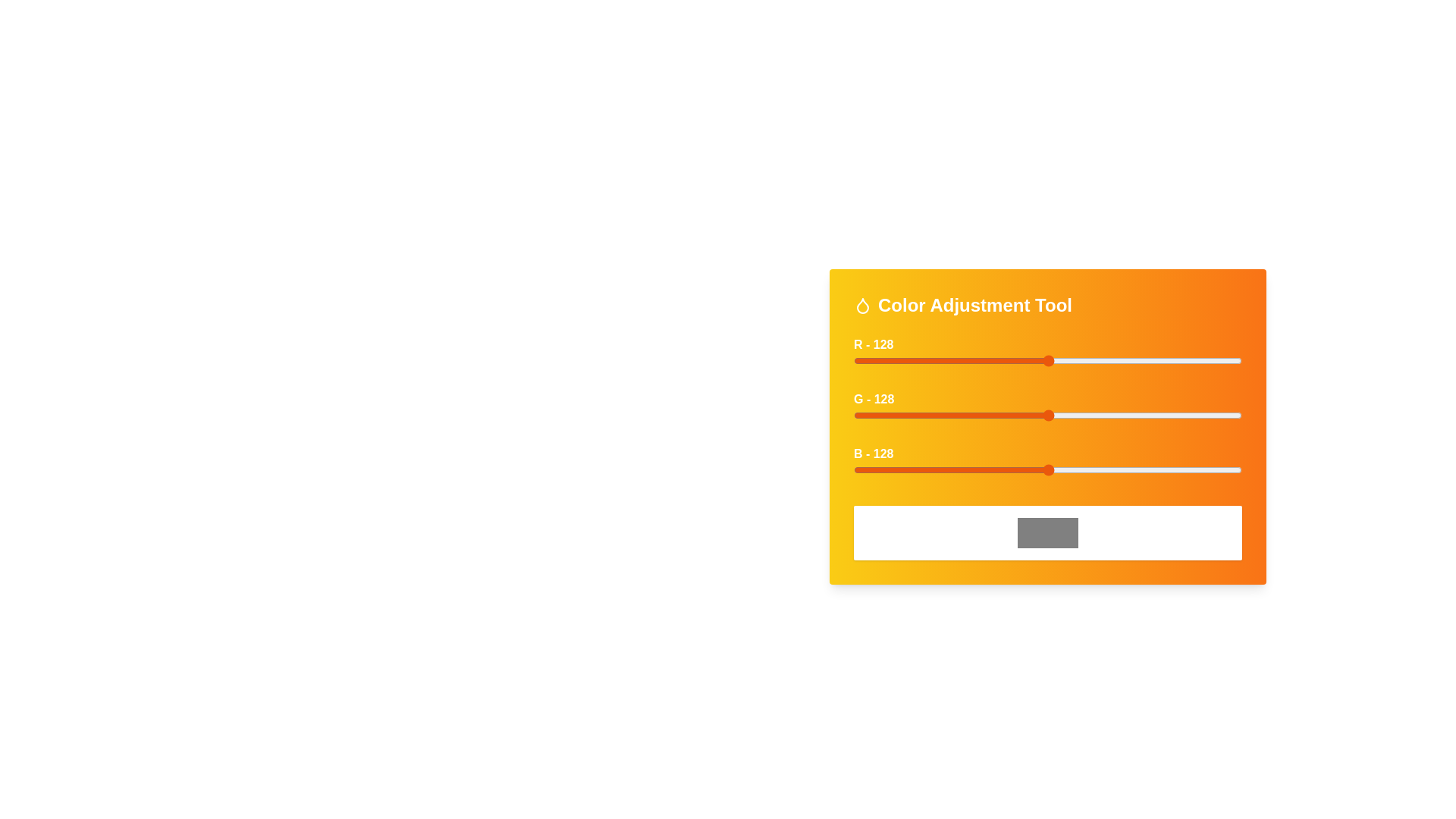 The image size is (1456, 819). I want to click on the blue slider to set the blue intensity to 52, so click(932, 469).